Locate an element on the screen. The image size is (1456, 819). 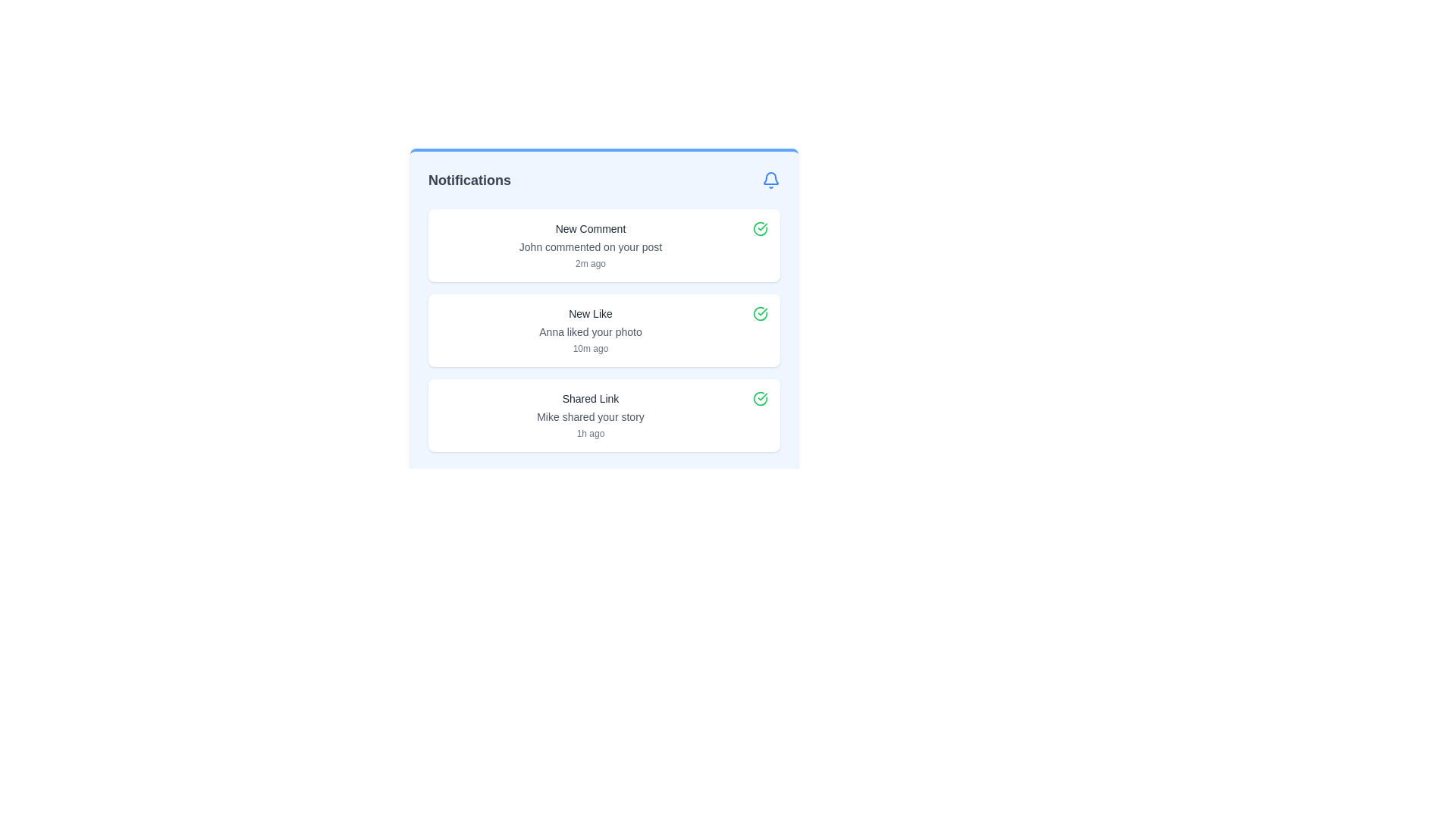
notification message titled 'New Comment' which contains details from John about a comment on your post, located at the top of the notification panel is located at coordinates (589, 245).